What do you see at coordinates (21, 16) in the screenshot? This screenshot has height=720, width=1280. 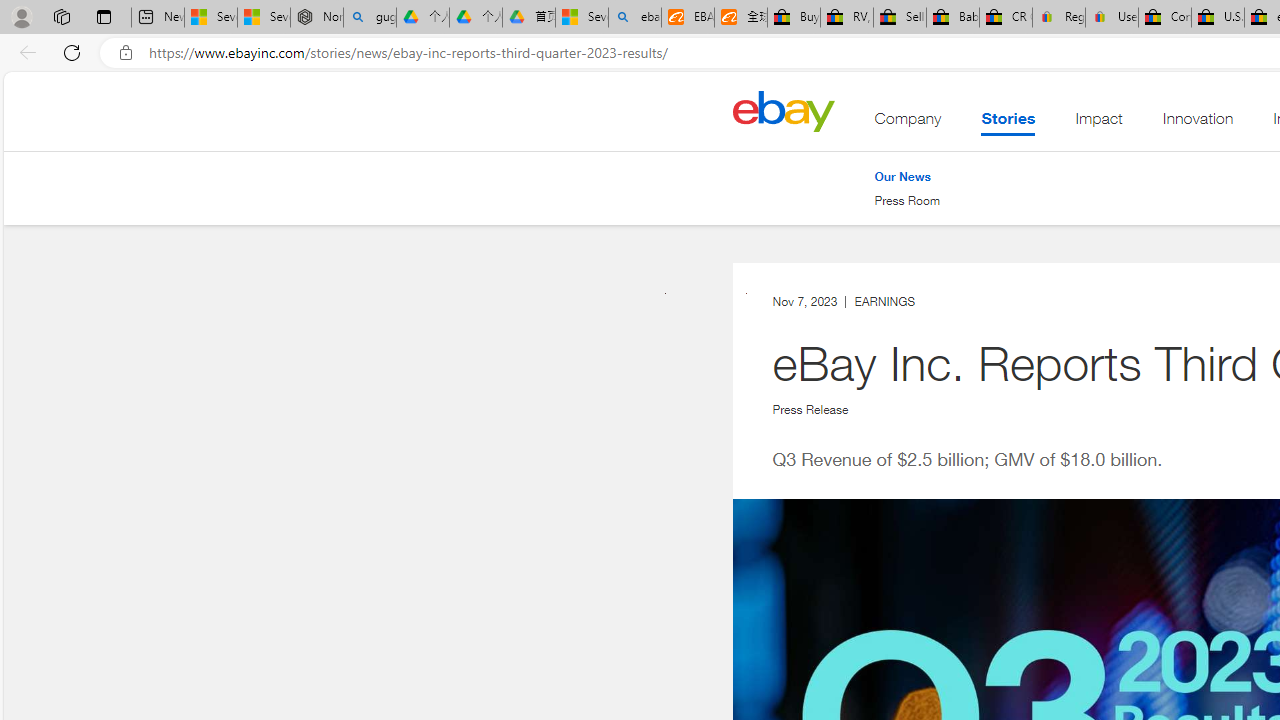 I see `'Personal Profile'` at bounding box center [21, 16].